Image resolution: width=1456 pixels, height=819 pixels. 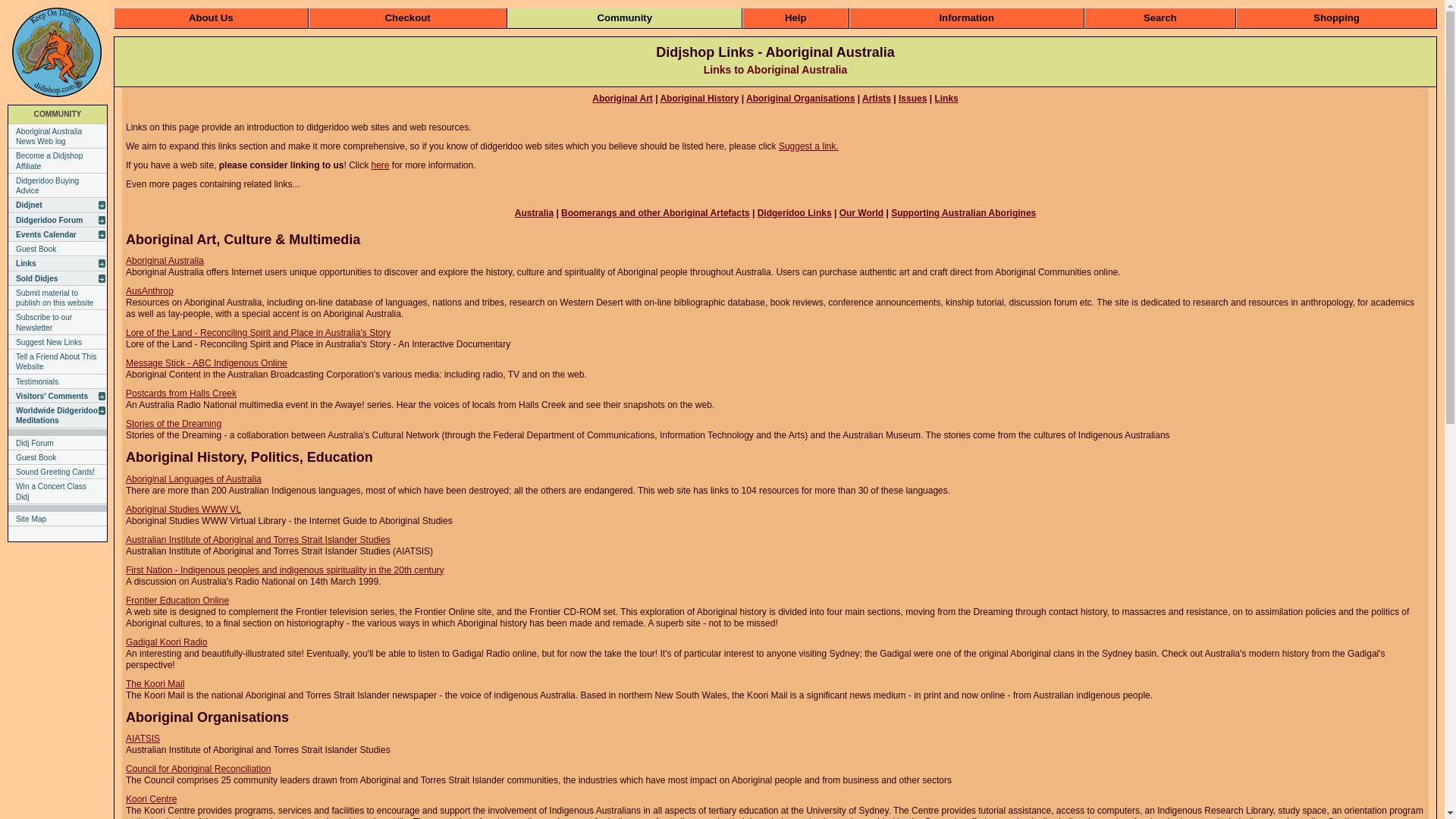 What do you see at coordinates (1313, 17) in the screenshot?
I see `'Shopping'` at bounding box center [1313, 17].